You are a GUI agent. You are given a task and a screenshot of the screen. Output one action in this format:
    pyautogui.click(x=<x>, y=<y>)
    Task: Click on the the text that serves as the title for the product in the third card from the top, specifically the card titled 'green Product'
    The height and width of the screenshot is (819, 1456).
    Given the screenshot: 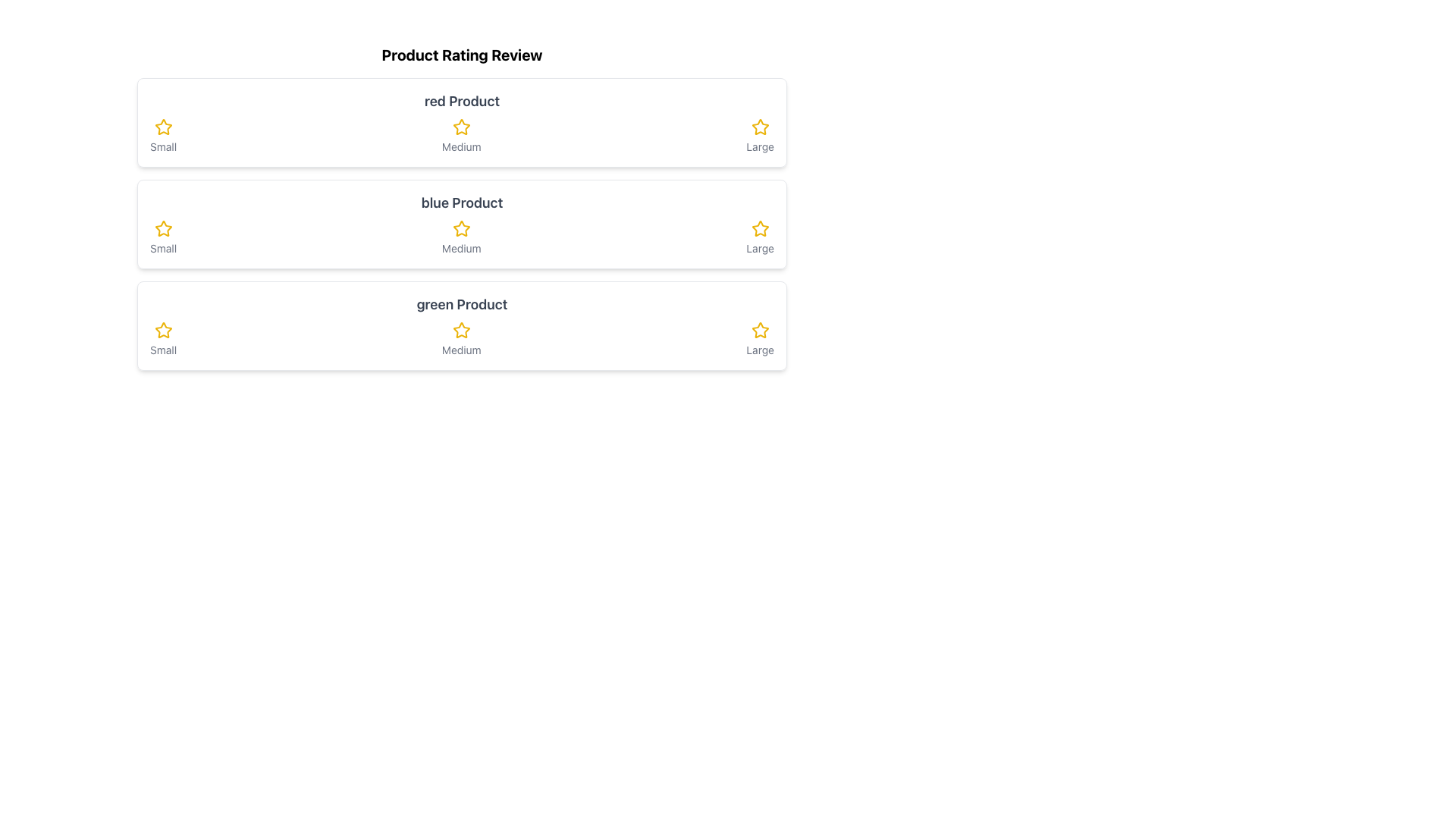 What is the action you would take?
    pyautogui.click(x=461, y=304)
    